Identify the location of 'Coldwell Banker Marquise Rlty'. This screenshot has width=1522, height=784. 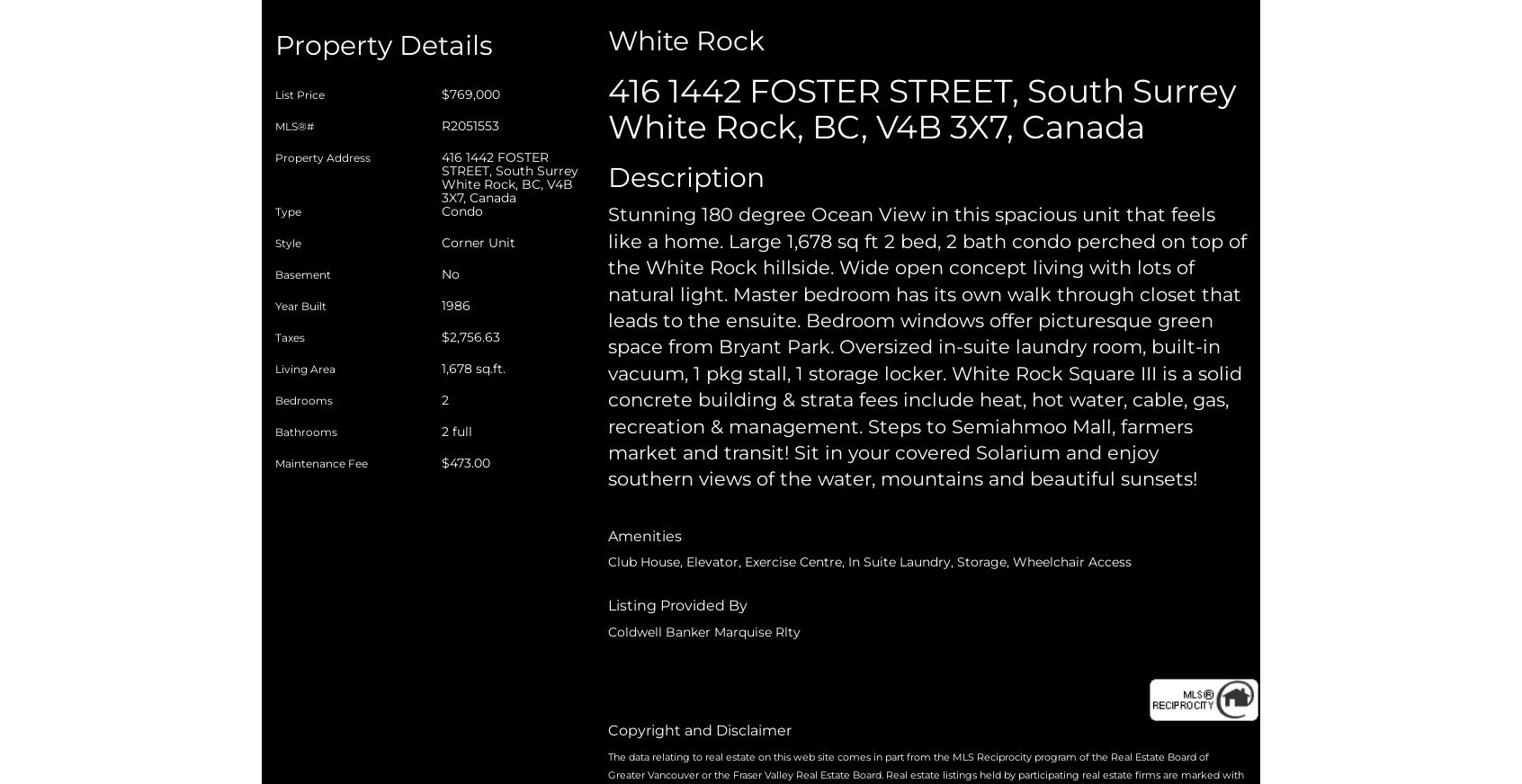
(704, 629).